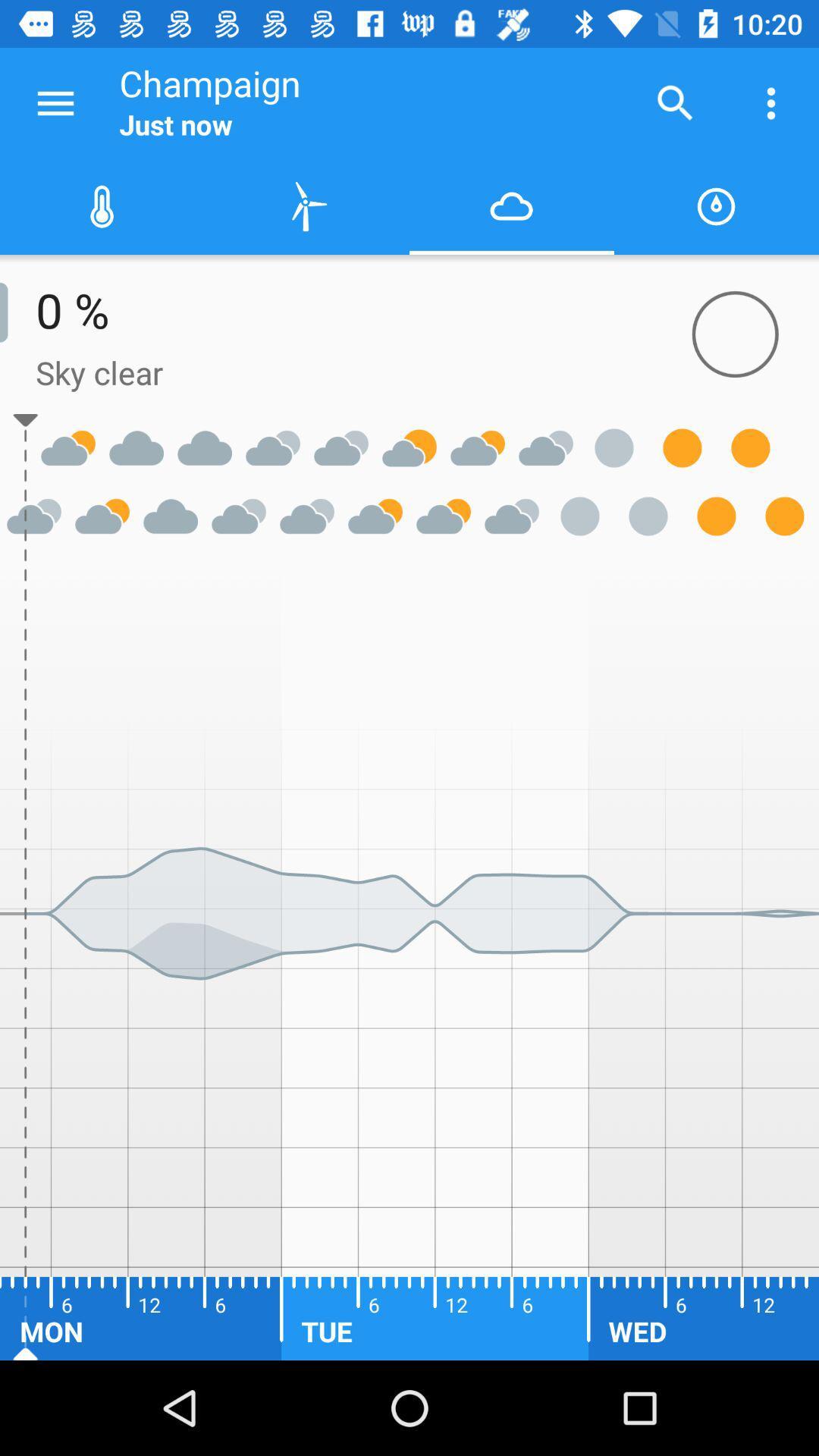 Image resolution: width=819 pixels, height=1456 pixels. What do you see at coordinates (675, 102) in the screenshot?
I see `icon next to the champaign item` at bounding box center [675, 102].